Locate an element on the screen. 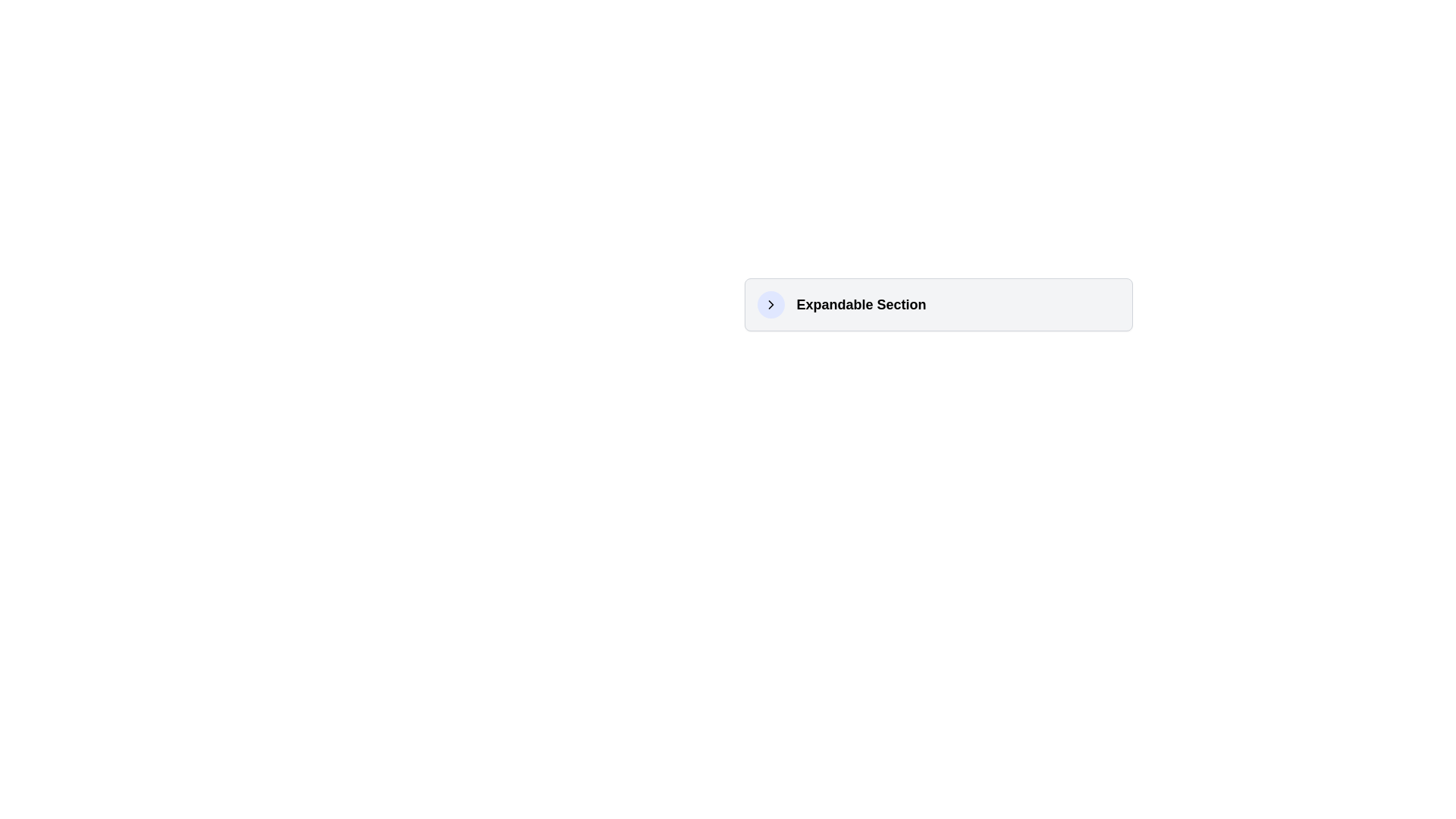 The height and width of the screenshot is (819, 1456). the 'Expandable Section' text label is located at coordinates (861, 304).